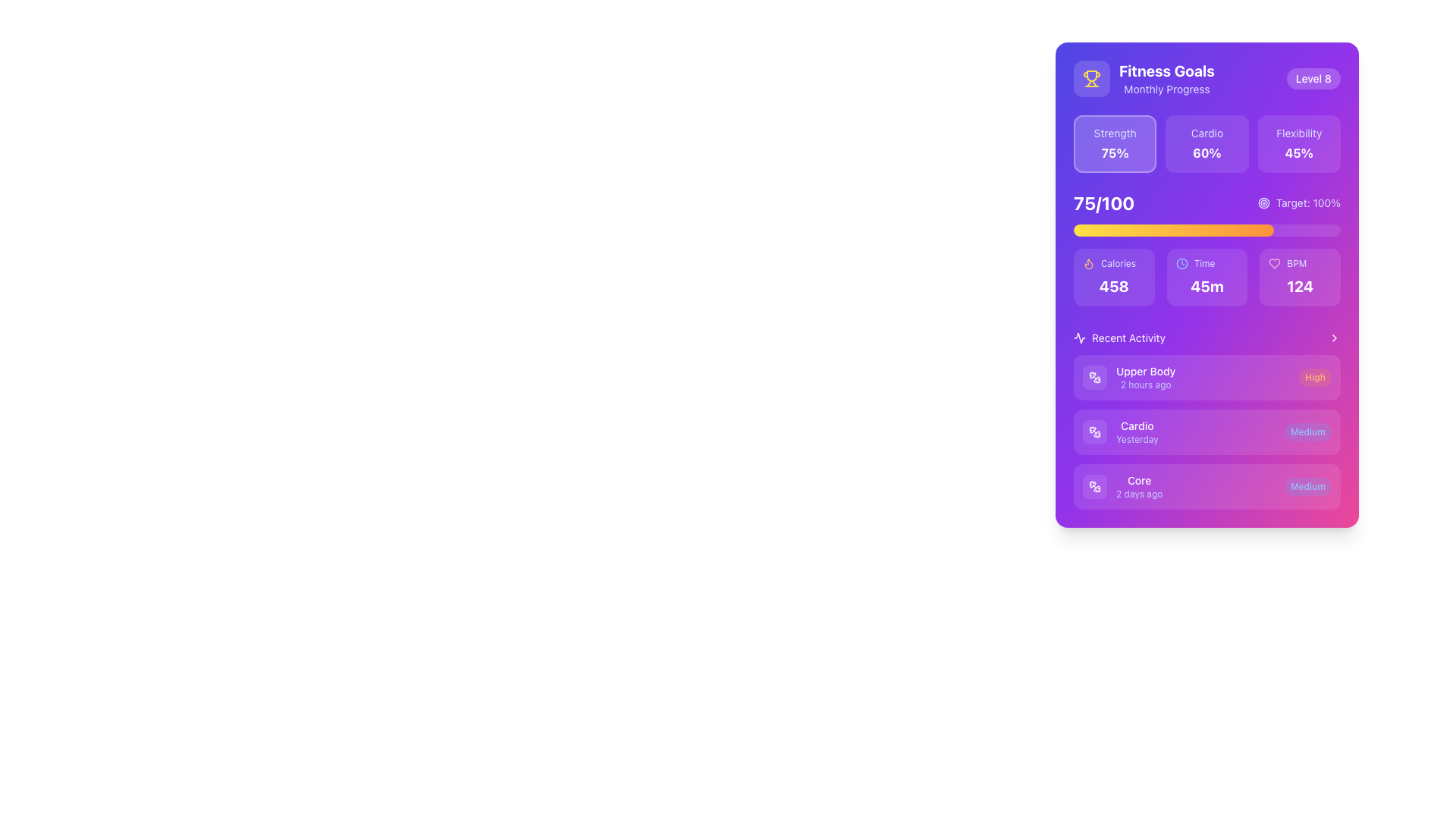  What do you see at coordinates (1203, 262) in the screenshot?
I see `the Static Text Label that clarifies the meaning of the numerical '45m', located next to the clock icon in the middle section of the vertical layout` at bounding box center [1203, 262].